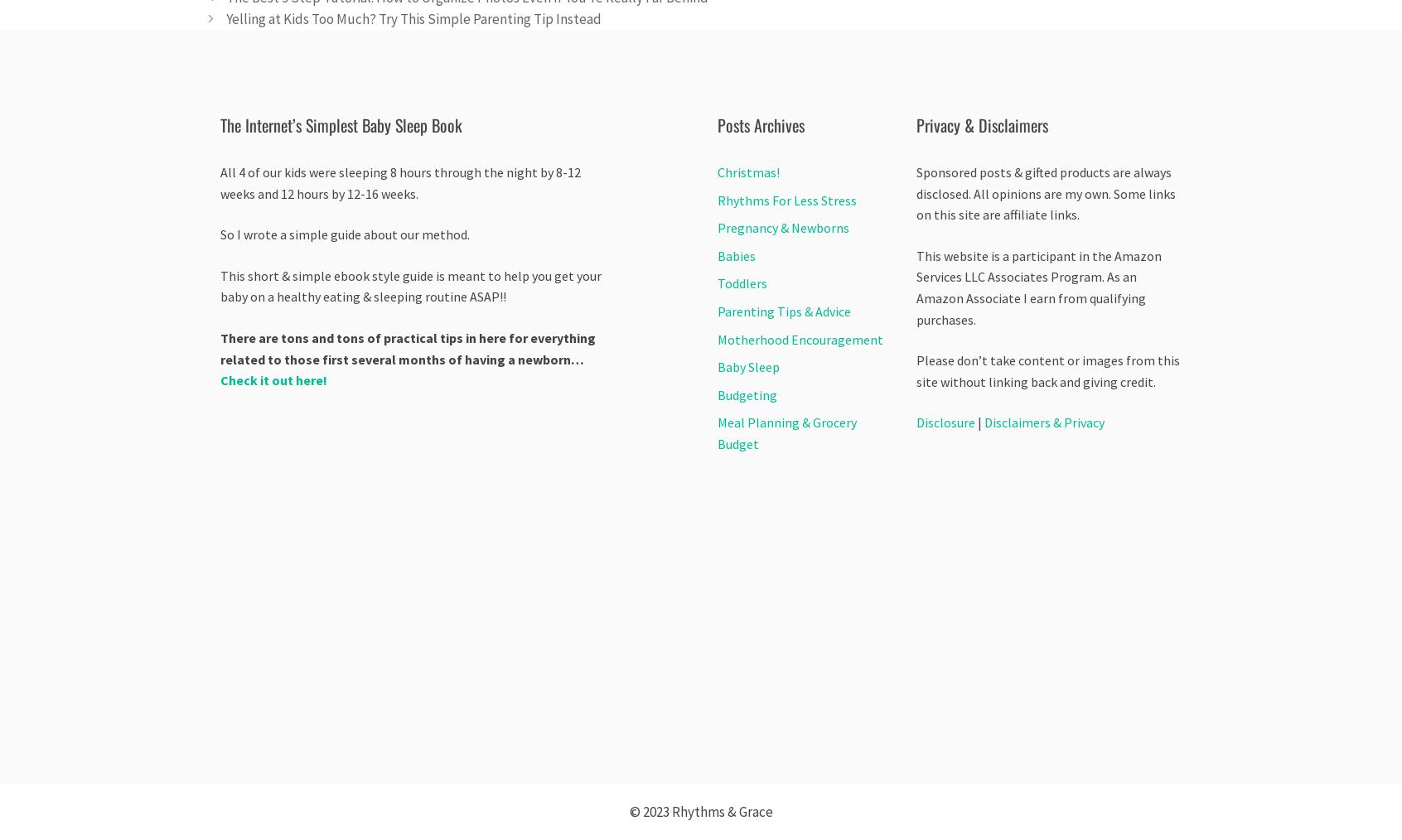  I want to click on 'Christmas!', so click(747, 171).